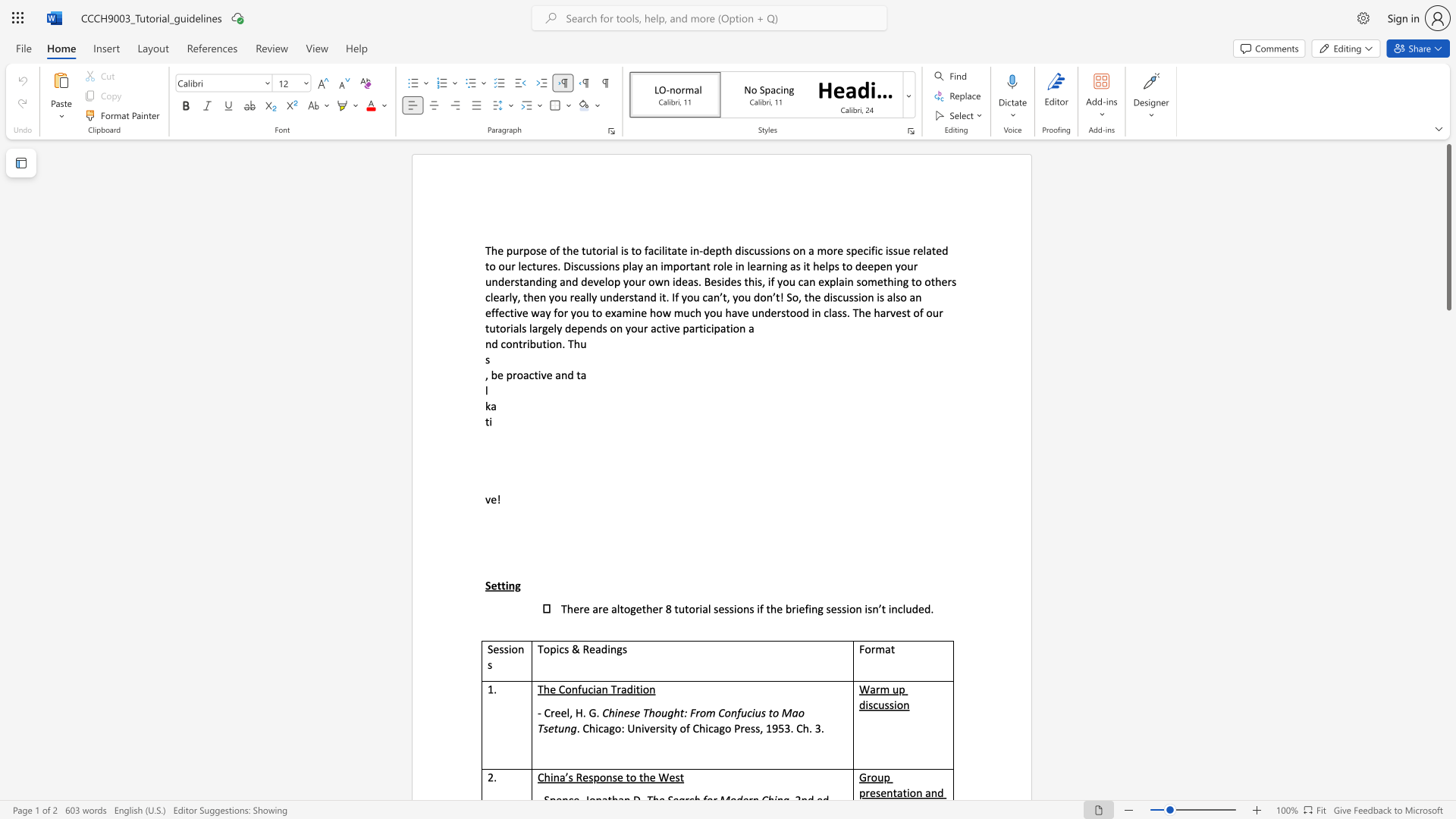  Describe the element at coordinates (1448, 553) in the screenshot. I see `the scrollbar on the right to shift the page lower` at that location.